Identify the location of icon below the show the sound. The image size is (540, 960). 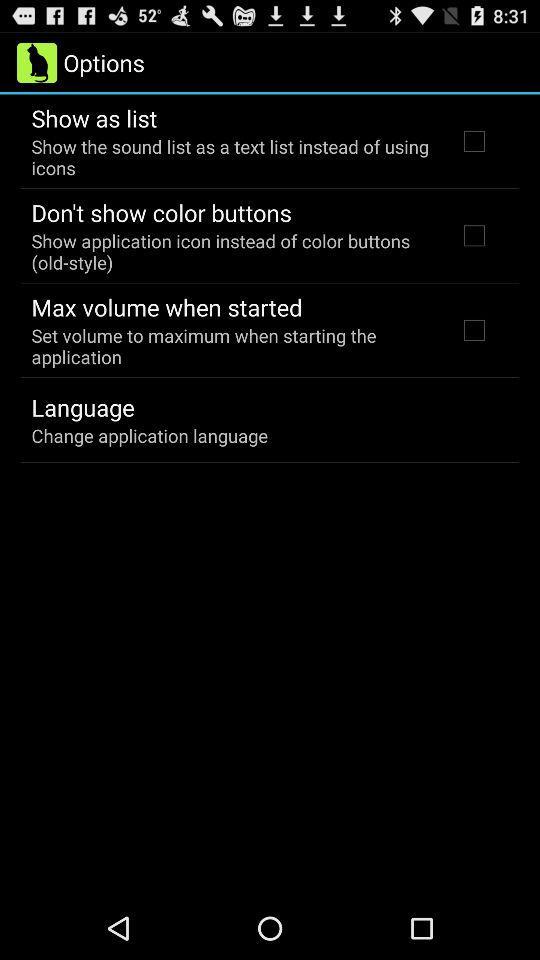
(160, 212).